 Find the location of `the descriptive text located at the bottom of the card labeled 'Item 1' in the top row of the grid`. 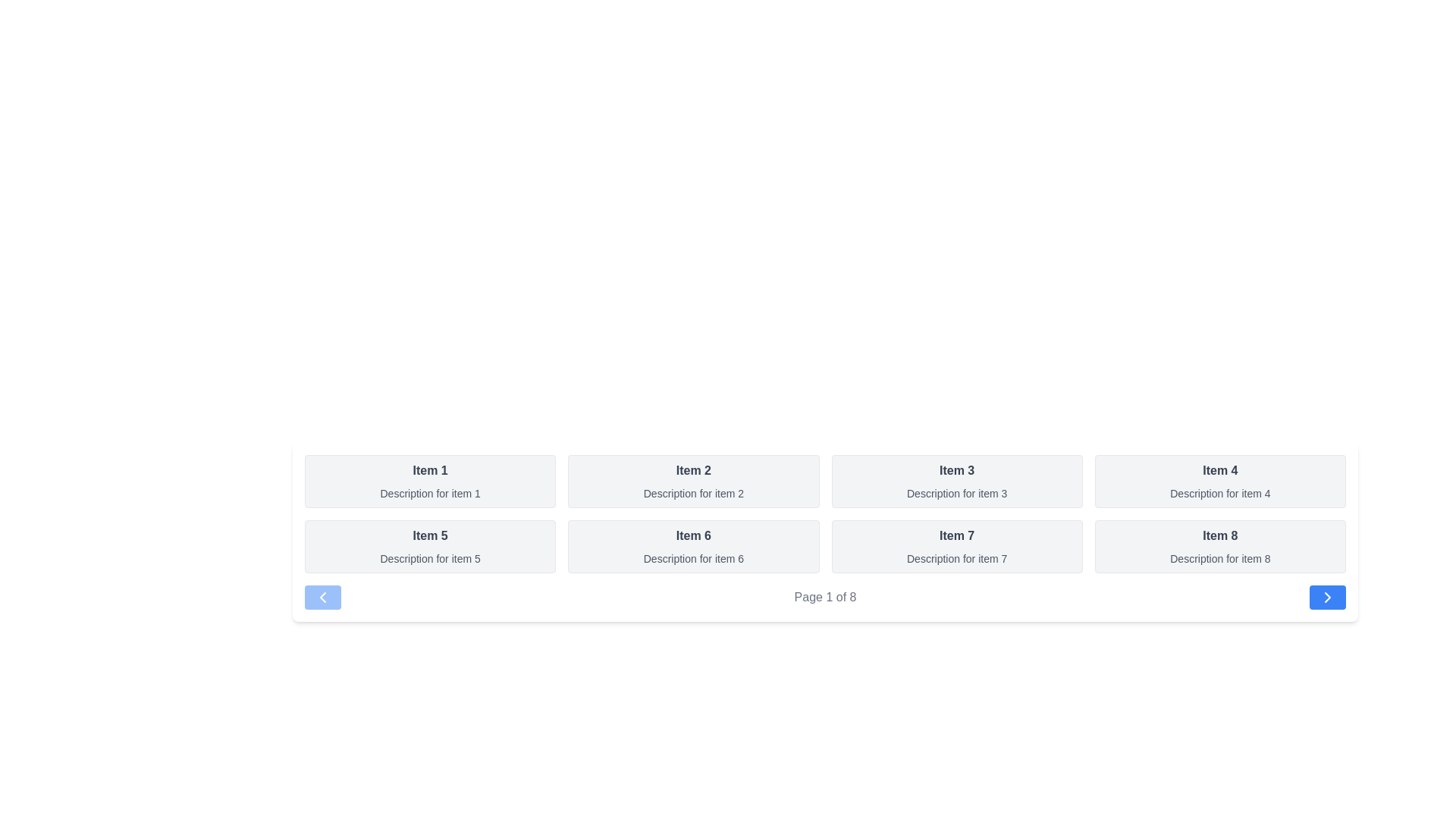

the descriptive text located at the bottom of the card labeled 'Item 1' in the top row of the grid is located at coordinates (429, 494).